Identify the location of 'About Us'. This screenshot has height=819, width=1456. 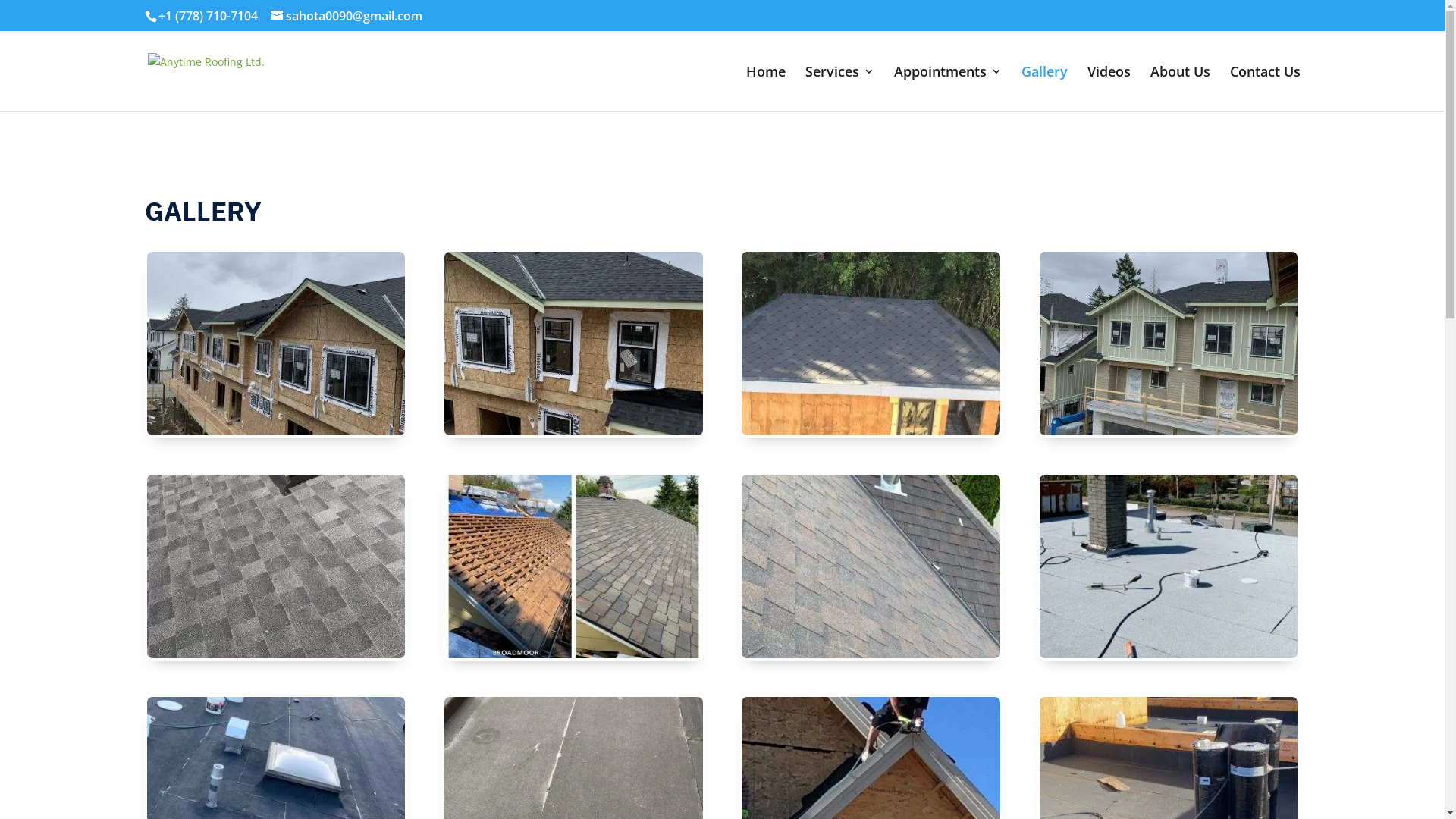
(1150, 88).